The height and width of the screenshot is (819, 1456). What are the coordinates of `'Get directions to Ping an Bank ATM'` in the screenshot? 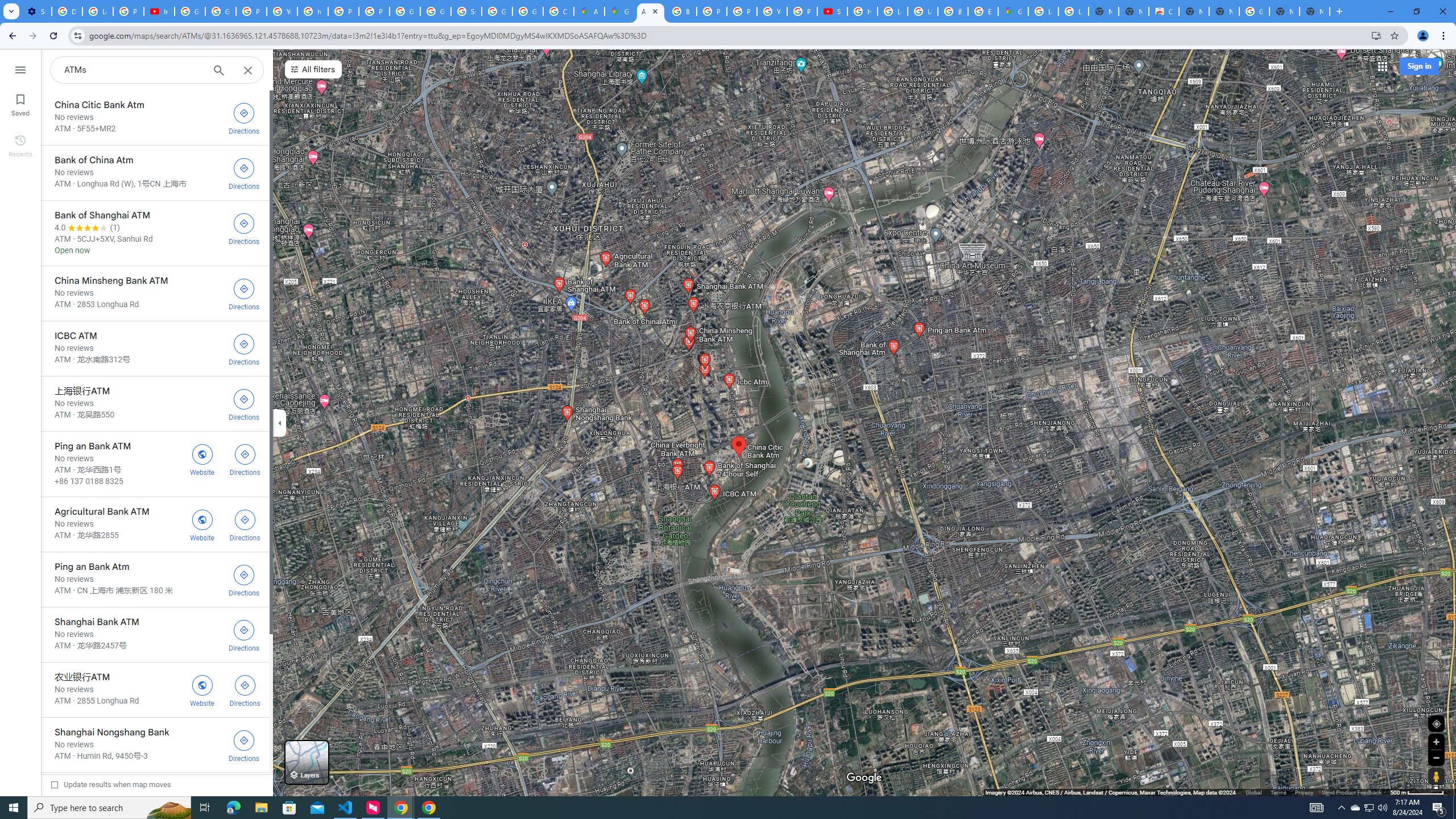 It's located at (245, 459).